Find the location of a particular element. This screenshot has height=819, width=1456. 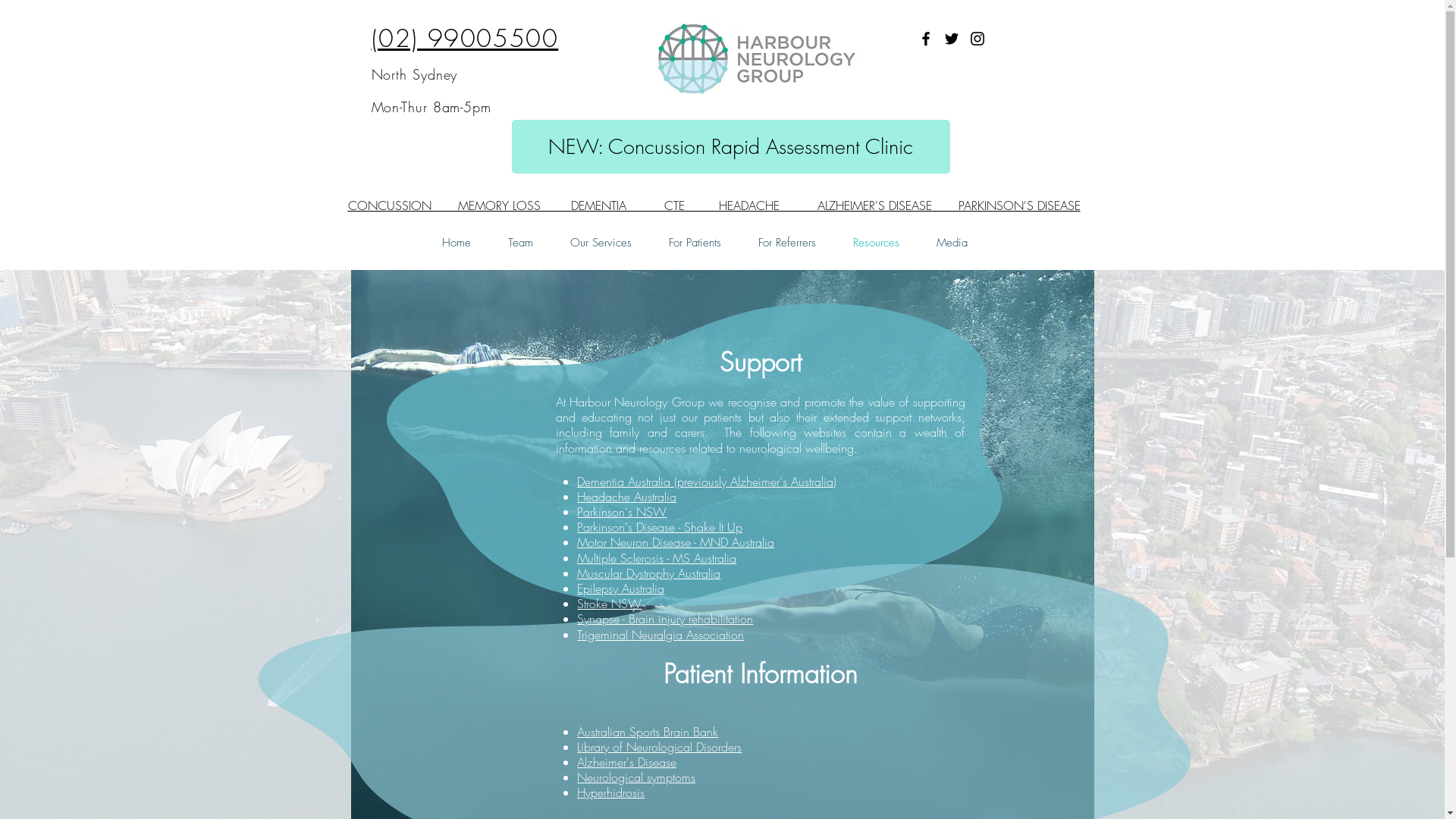

'Resources' is located at coordinates (876, 242).